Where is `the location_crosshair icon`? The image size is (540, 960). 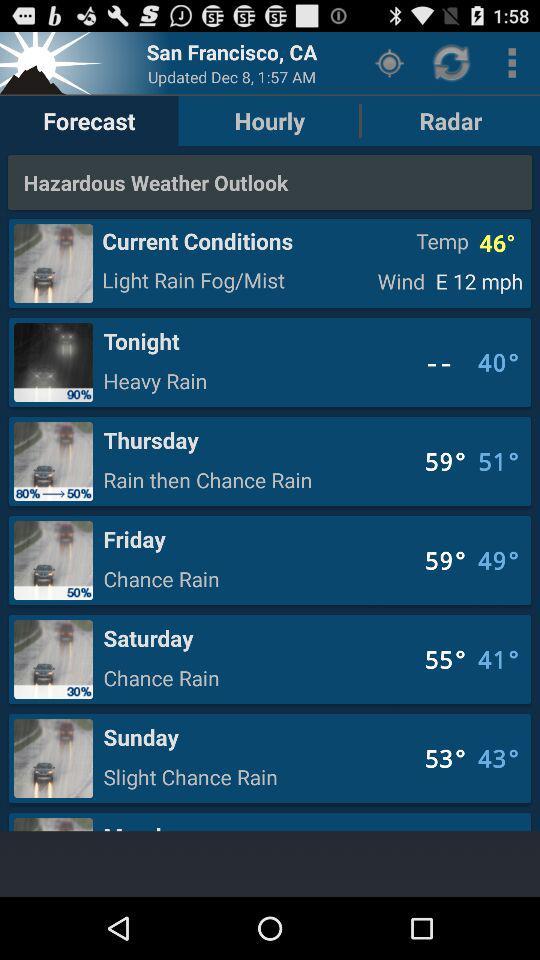
the location_crosshair icon is located at coordinates (389, 67).